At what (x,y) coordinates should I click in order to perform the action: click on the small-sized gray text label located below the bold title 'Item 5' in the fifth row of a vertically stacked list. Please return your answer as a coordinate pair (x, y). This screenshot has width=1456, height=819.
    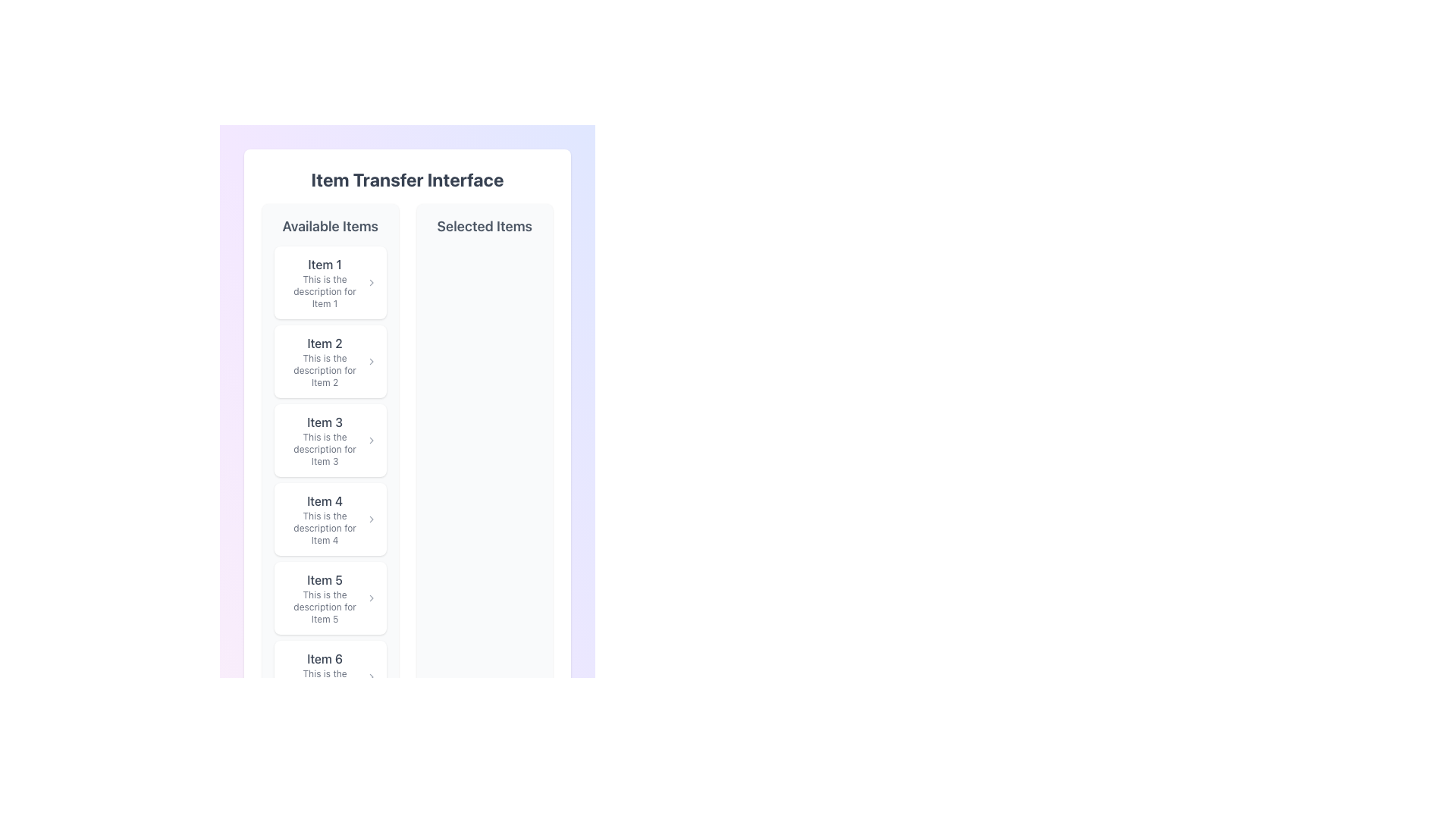
    Looking at the image, I should click on (324, 607).